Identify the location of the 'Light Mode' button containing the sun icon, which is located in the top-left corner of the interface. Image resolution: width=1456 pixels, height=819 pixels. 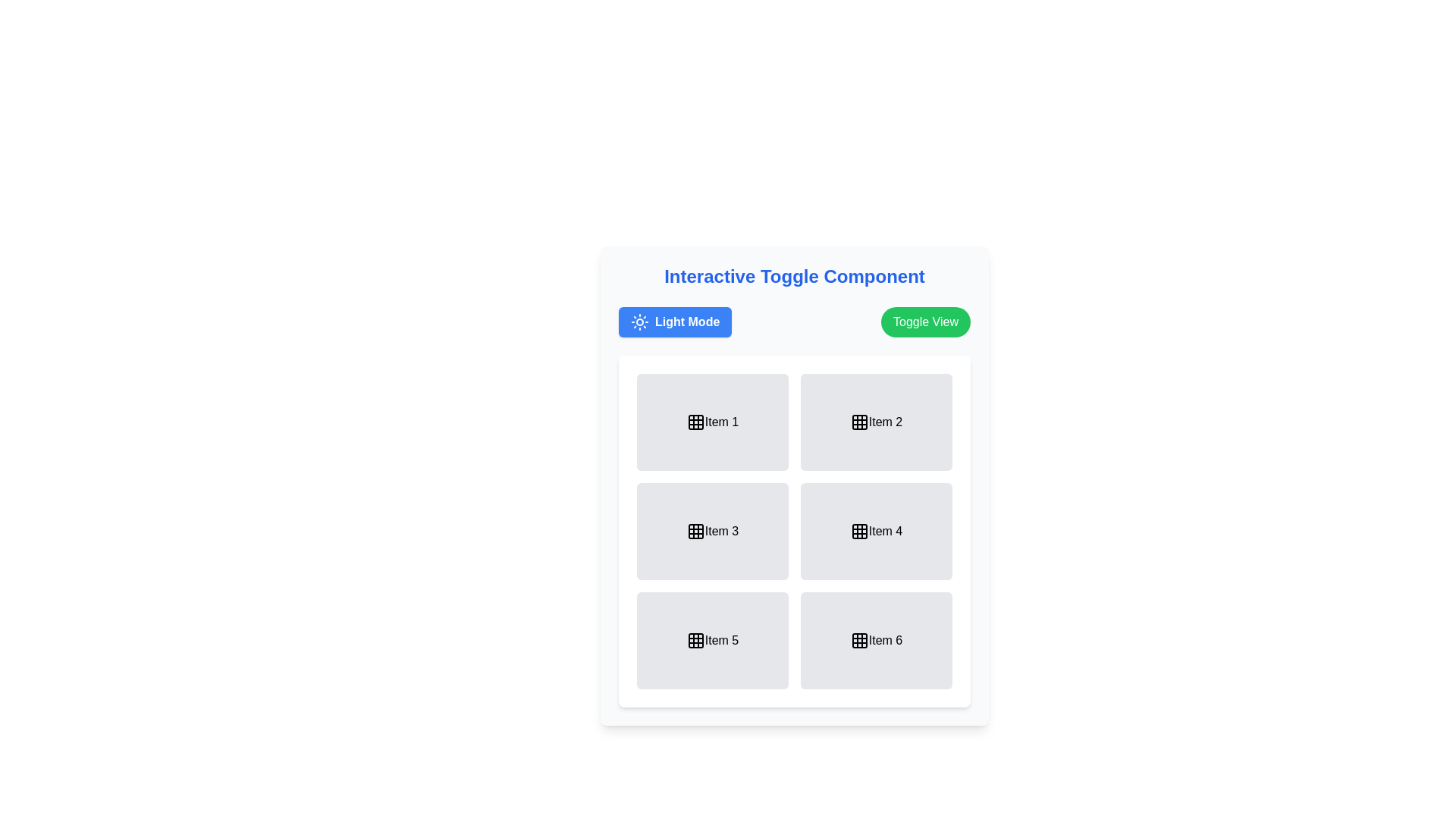
(640, 321).